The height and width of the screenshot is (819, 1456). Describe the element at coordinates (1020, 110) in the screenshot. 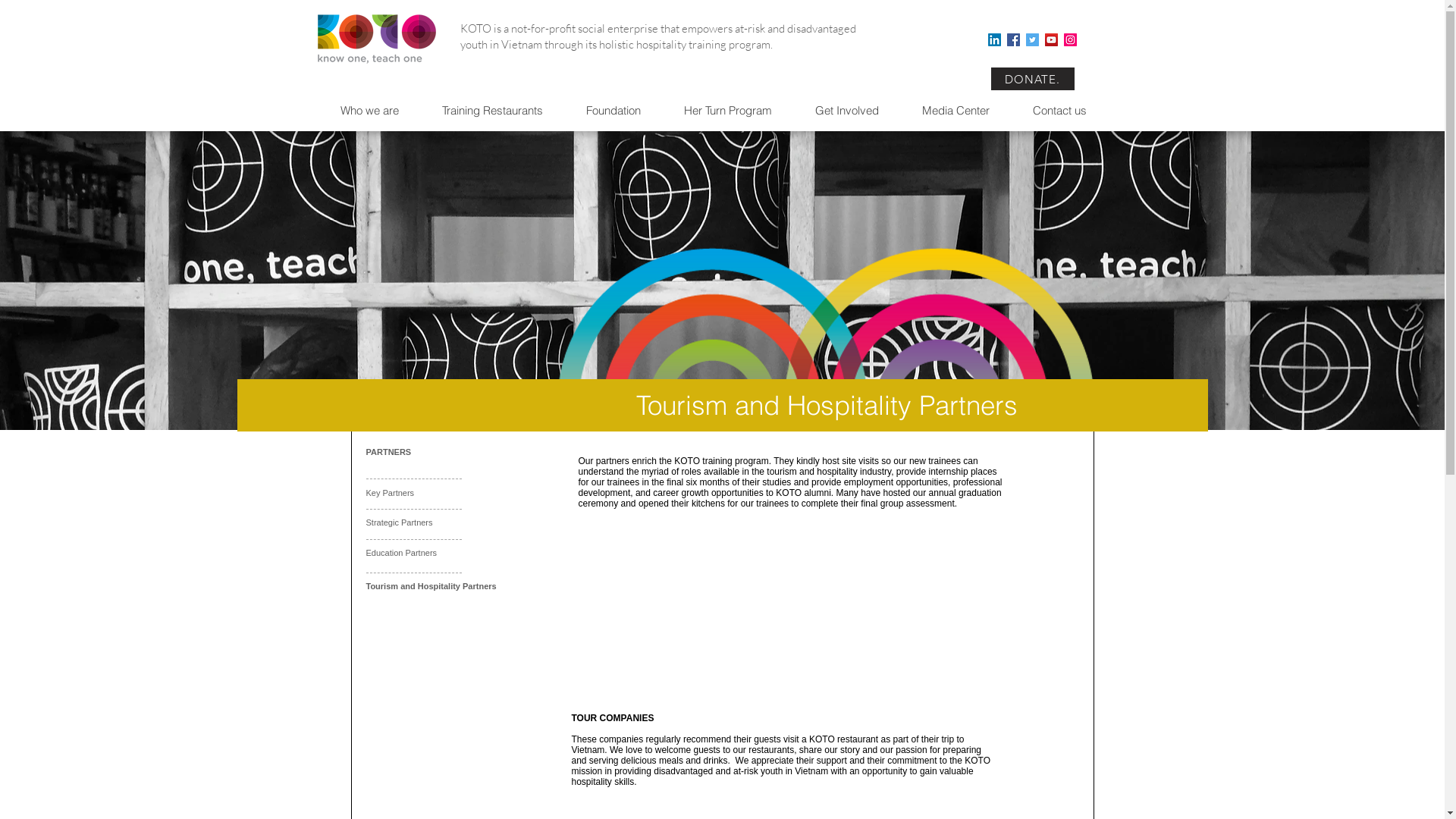

I see `'Contact us'` at that location.